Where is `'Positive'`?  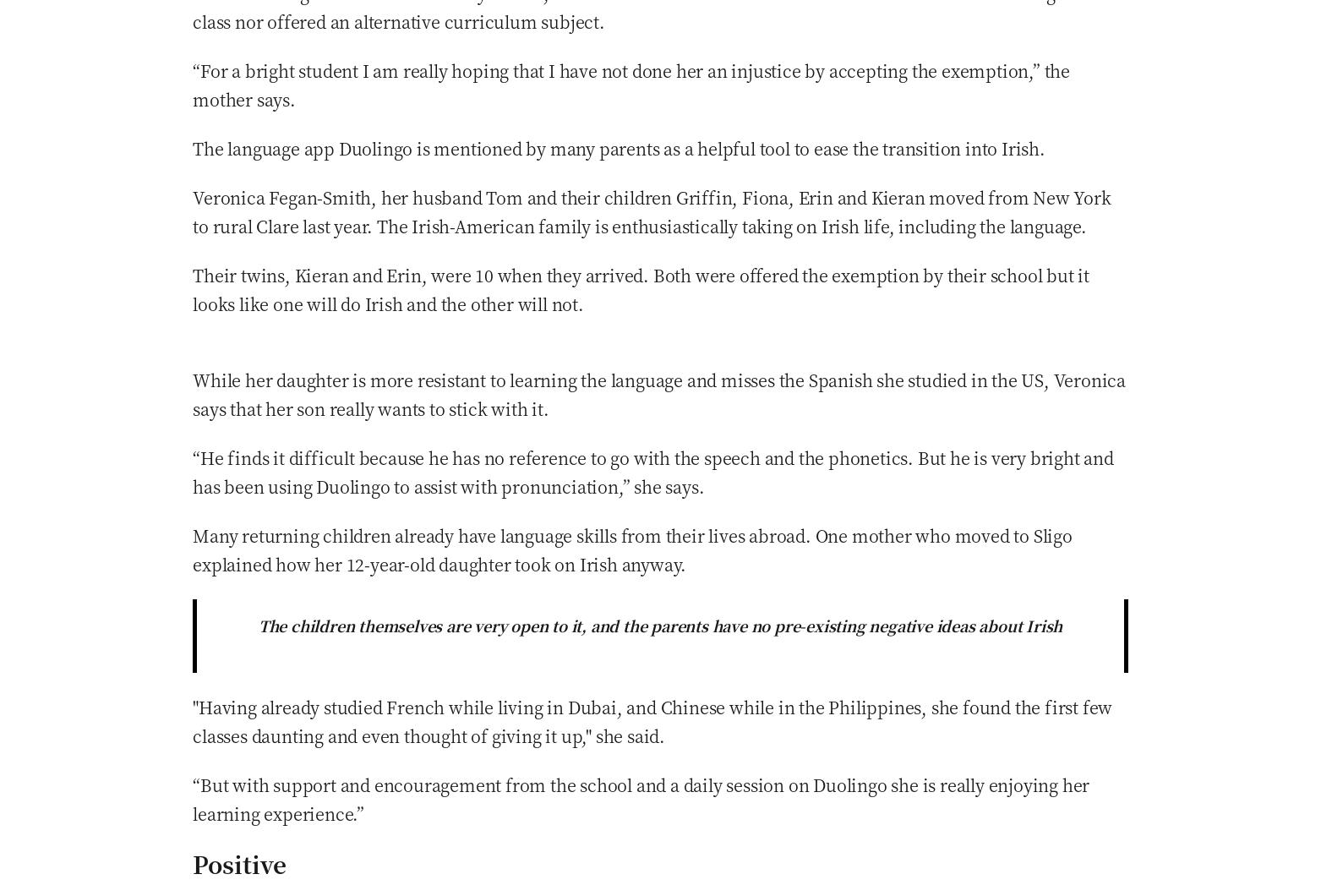 'Positive' is located at coordinates (238, 861).